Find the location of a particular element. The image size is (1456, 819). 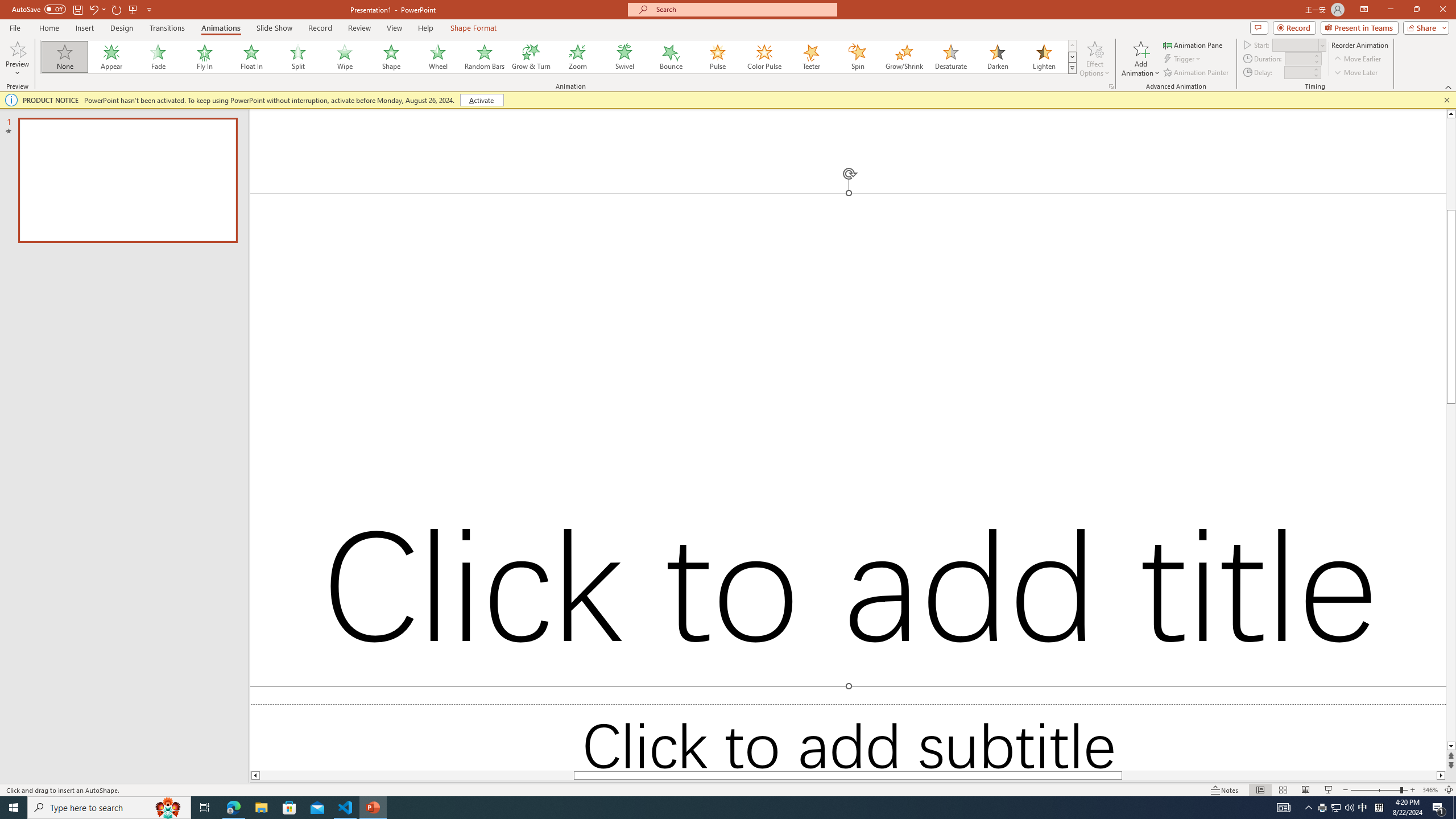

'None' is located at coordinates (65, 56).